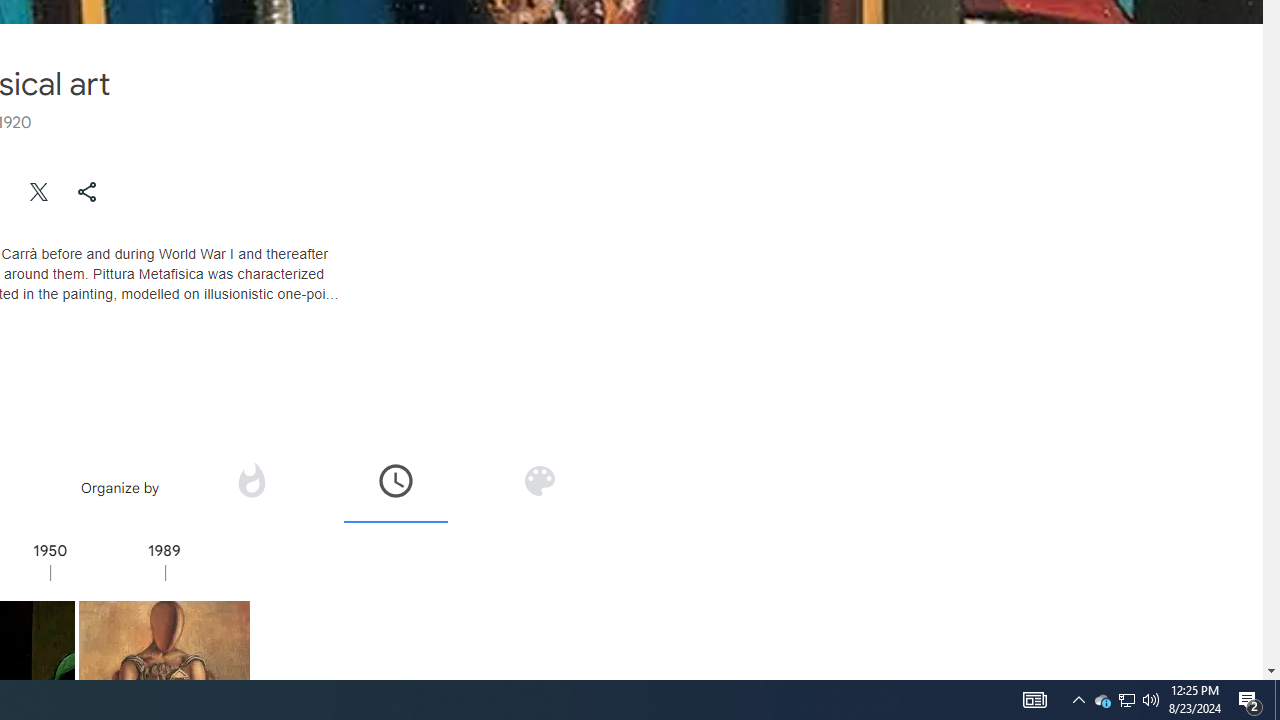 Image resolution: width=1280 pixels, height=720 pixels. I want to click on 'Organize by time', so click(395, 487).